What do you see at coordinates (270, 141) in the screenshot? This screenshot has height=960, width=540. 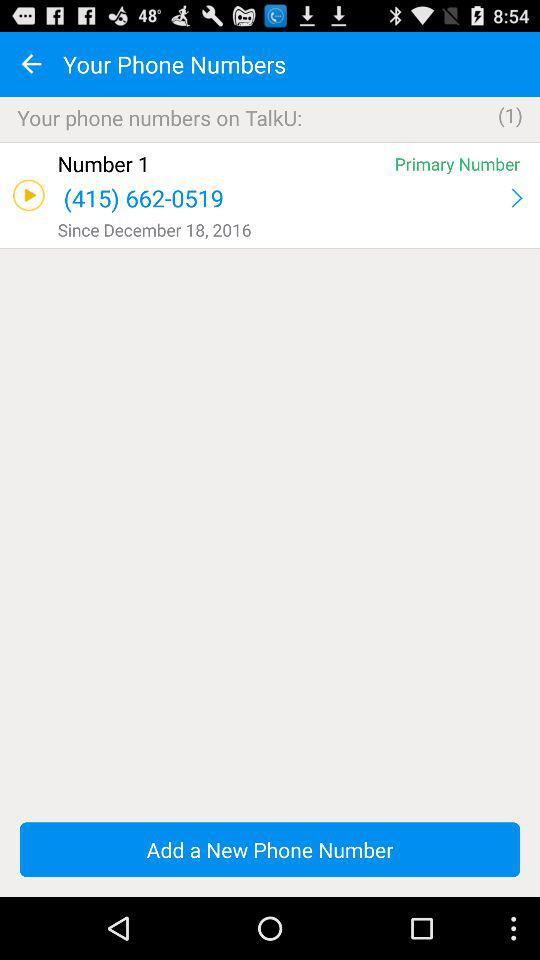 I see `the item below your phone numbers item` at bounding box center [270, 141].